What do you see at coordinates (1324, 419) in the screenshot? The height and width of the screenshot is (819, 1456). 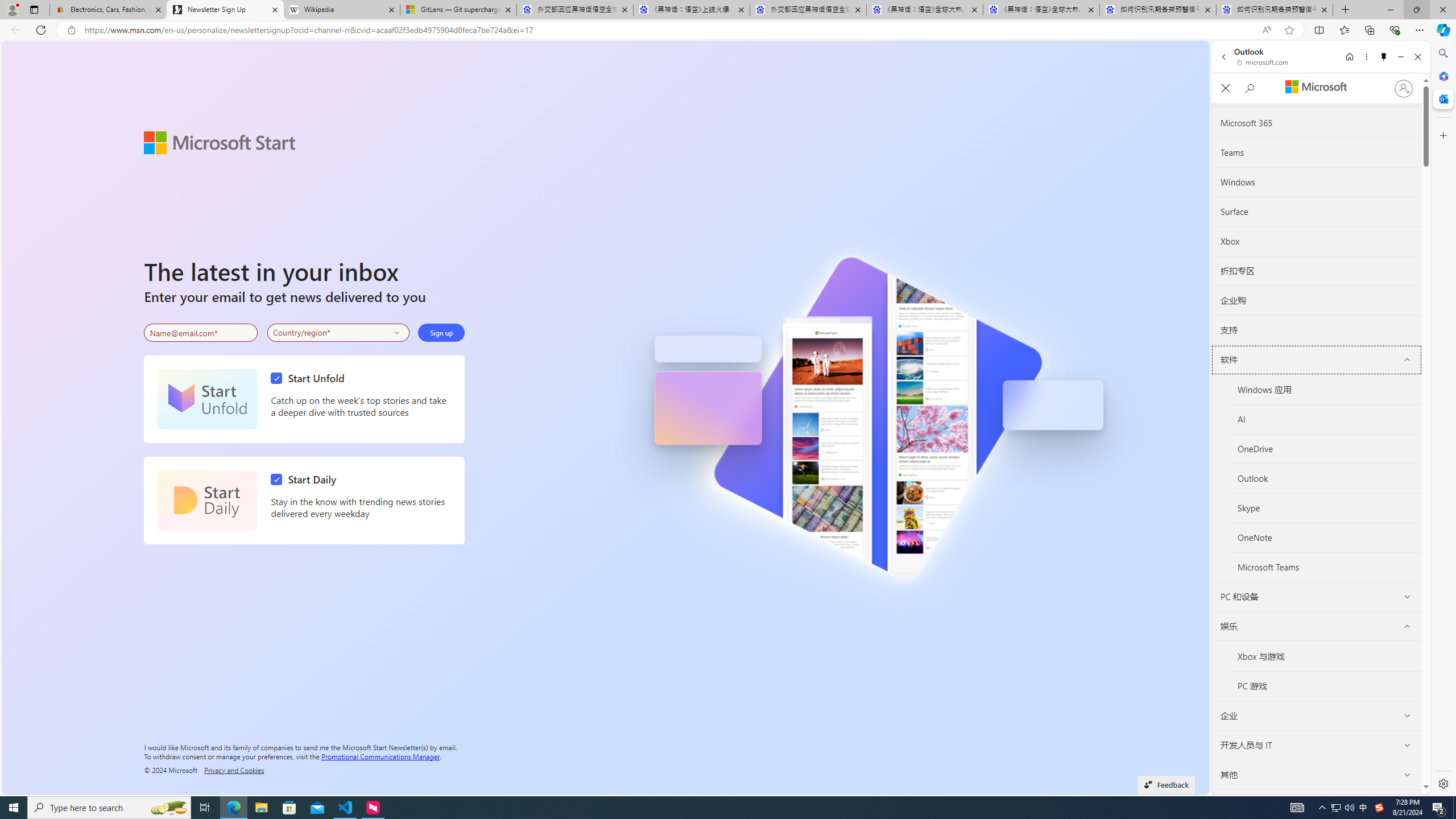 I see `'AI'` at bounding box center [1324, 419].